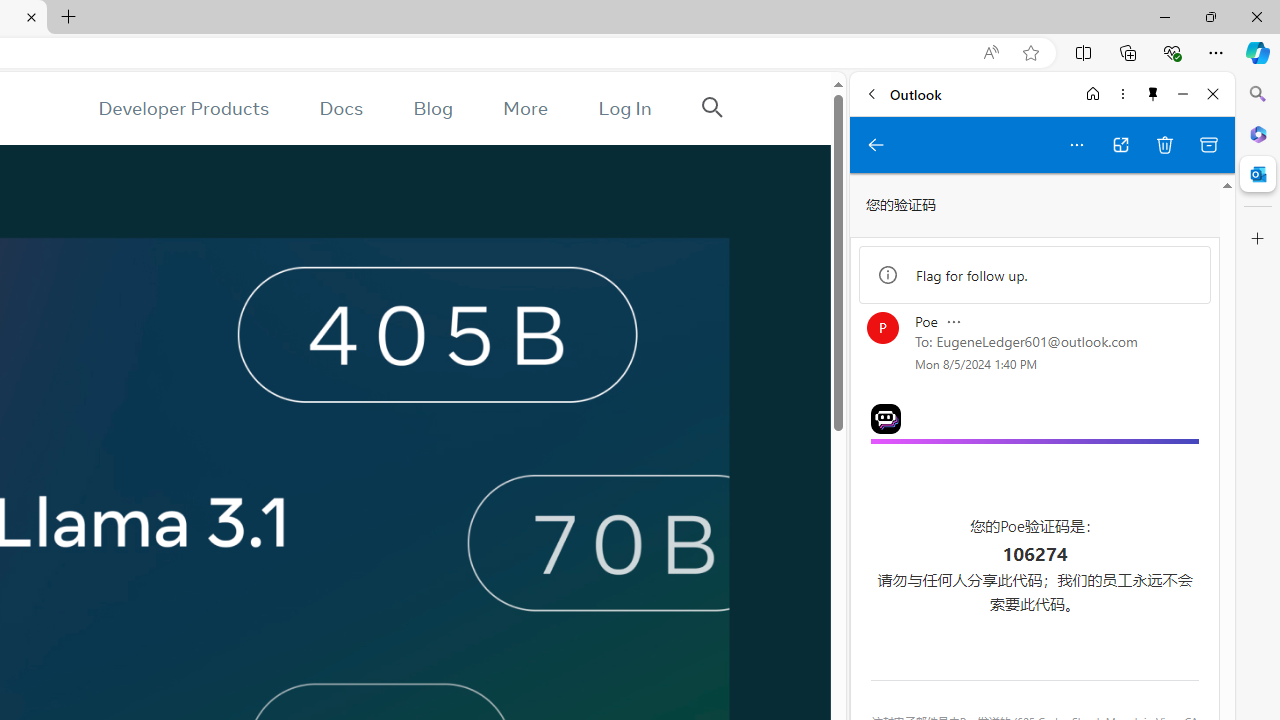 The image size is (1280, 720). Describe the element at coordinates (432, 108) in the screenshot. I see `'Blog'` at that location.